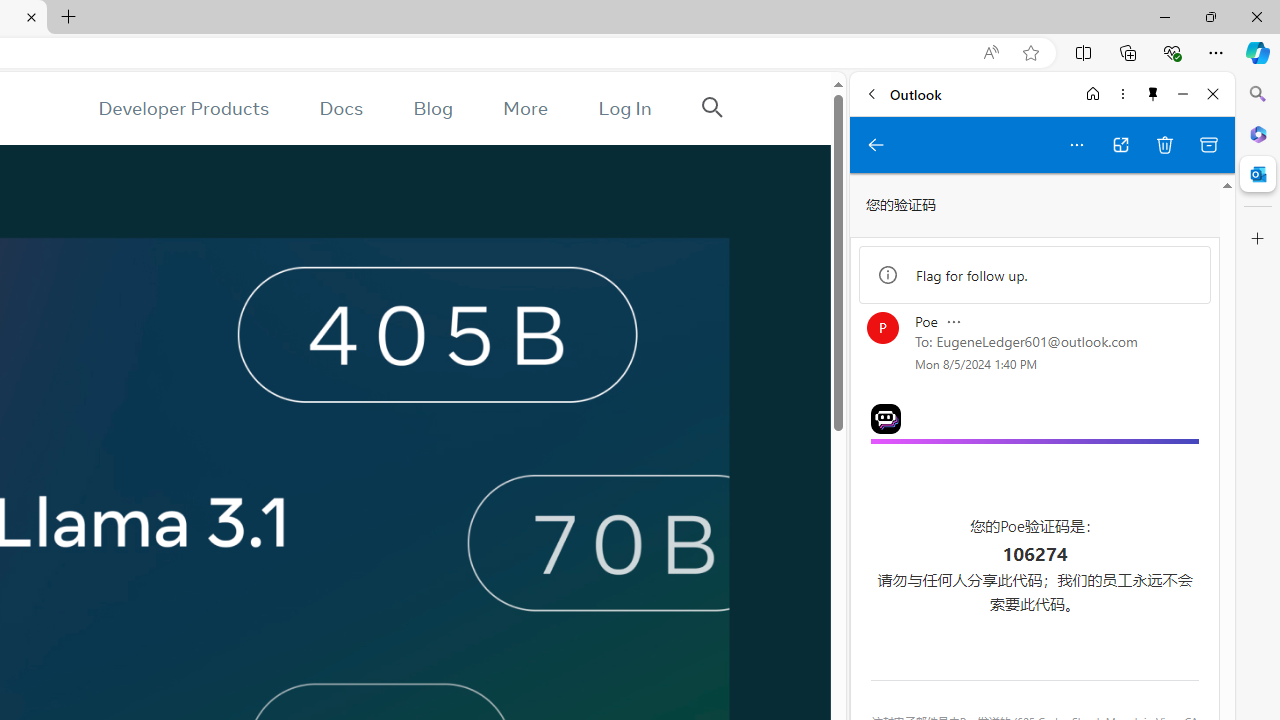 The image size is (1280, 720). Describe the element at coordinates (432, 108) in the screenshot. I see `'Blog'` at that location.